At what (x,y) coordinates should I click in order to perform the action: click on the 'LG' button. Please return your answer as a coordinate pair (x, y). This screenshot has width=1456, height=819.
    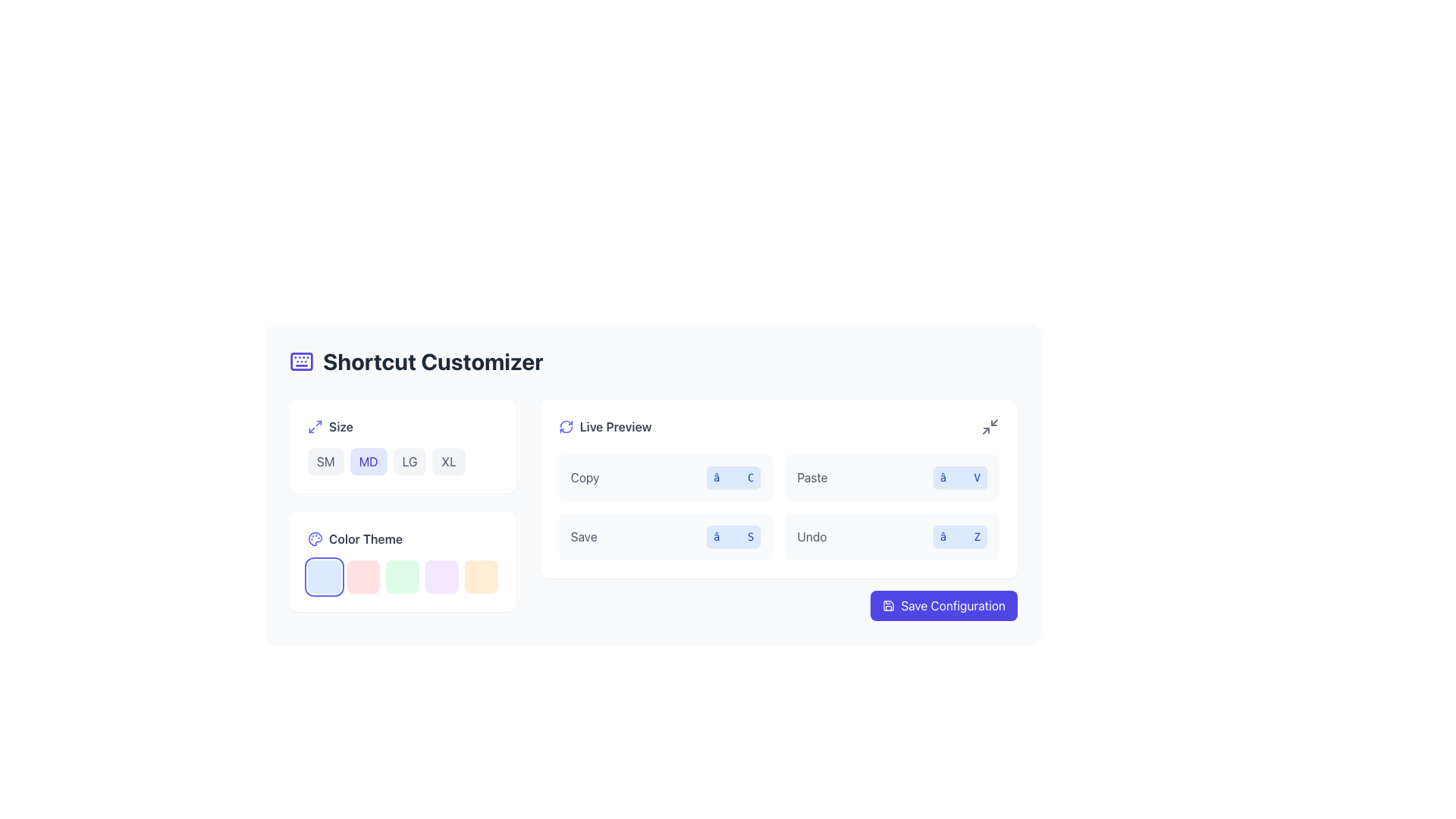
    Looking at the image, I should click on (409, 461).